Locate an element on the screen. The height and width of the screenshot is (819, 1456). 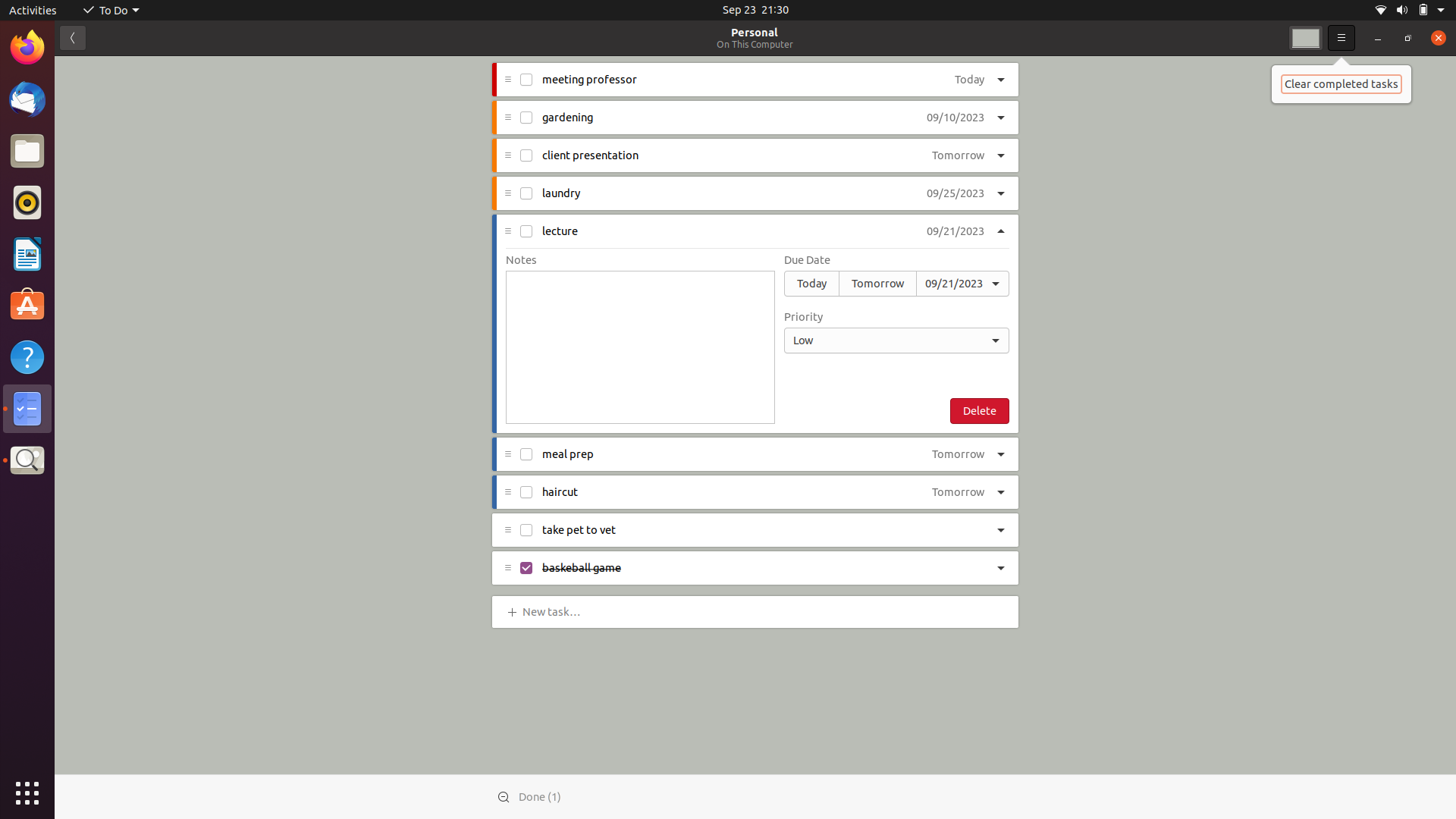
Accomplish the "meal prep" task is located at coordinates (526, 455).